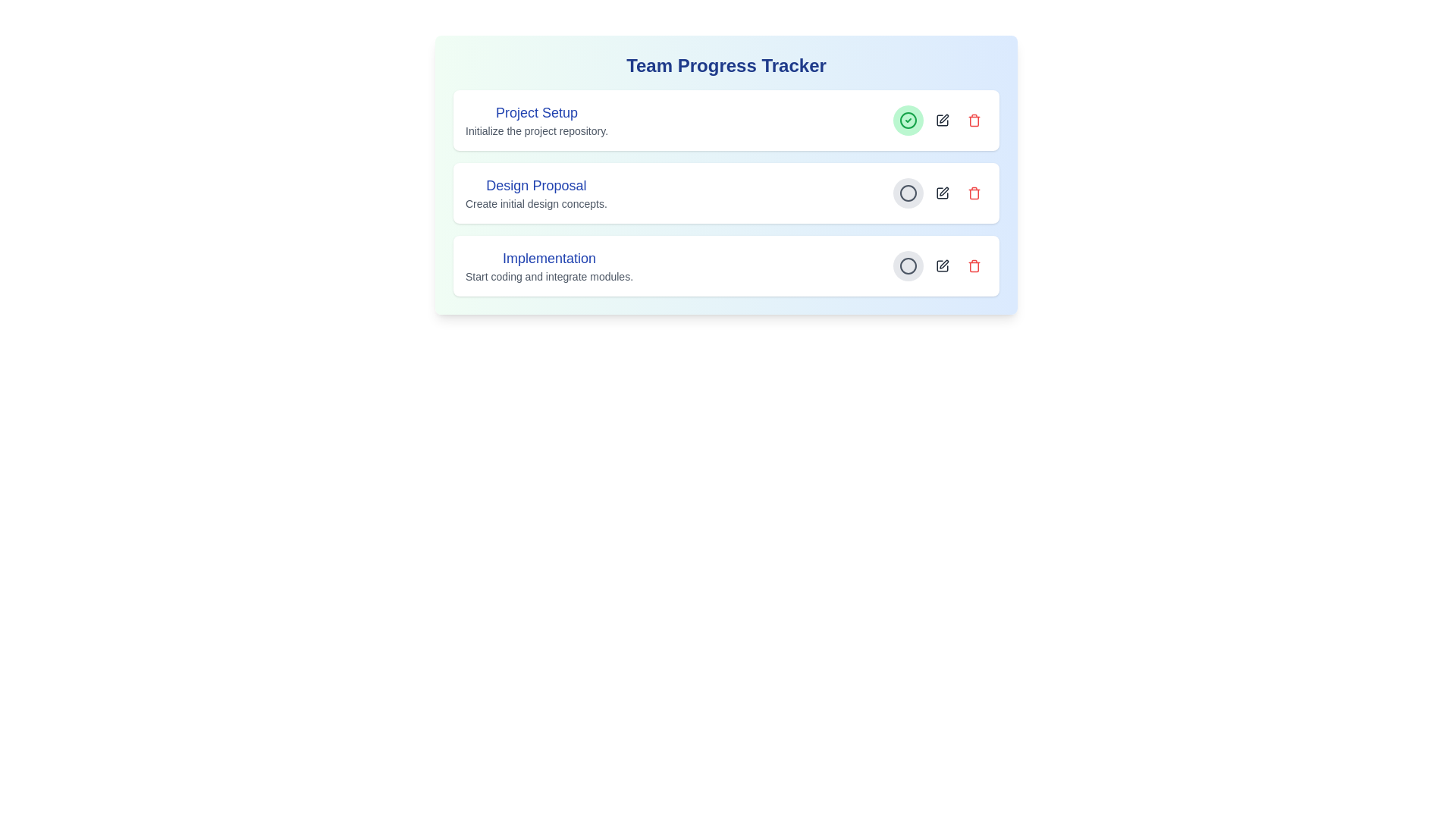 This screenshot has height=819, width=1456. Describe the element at coordinates (974, 192) in the screenshot. I see `the delete button for the task titled Design Proposal` at that location.